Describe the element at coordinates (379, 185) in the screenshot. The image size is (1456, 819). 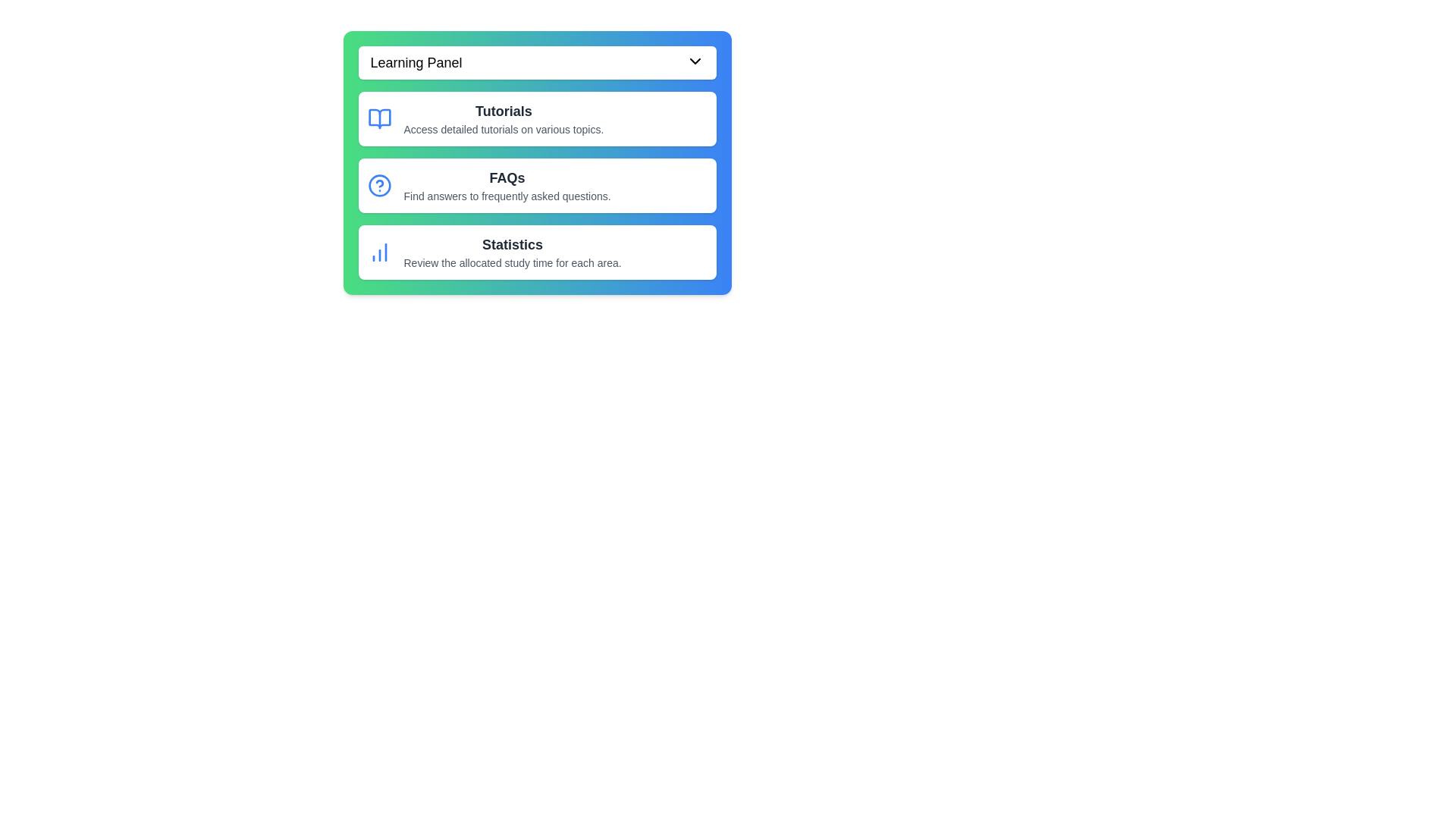
I see `the icon corresponding to FAQs to access its additional actions` at that location.